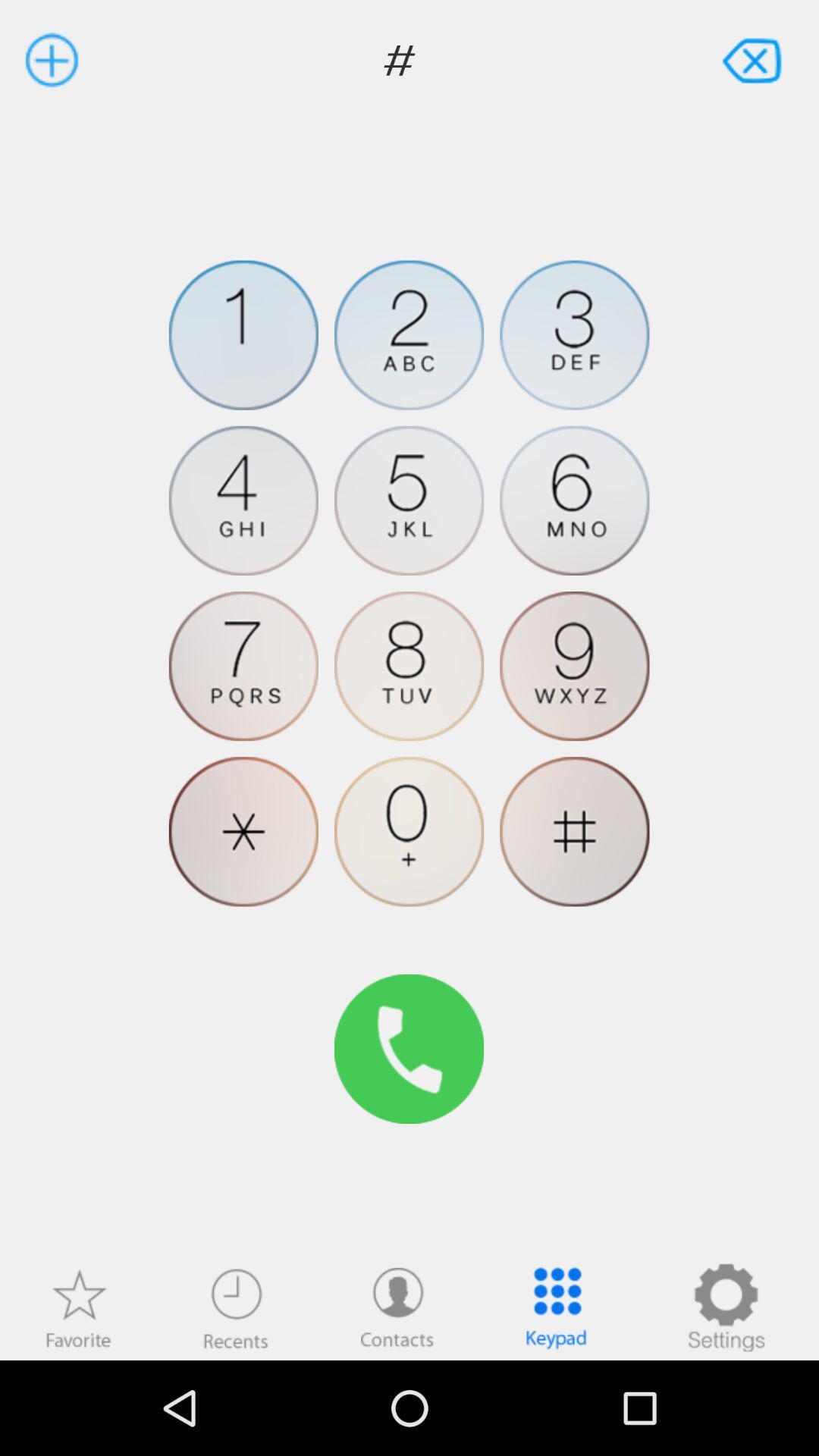  What do you see at coordinates (574, 334) in the screenshot?
I see `3` at bounding box center [574, 334].